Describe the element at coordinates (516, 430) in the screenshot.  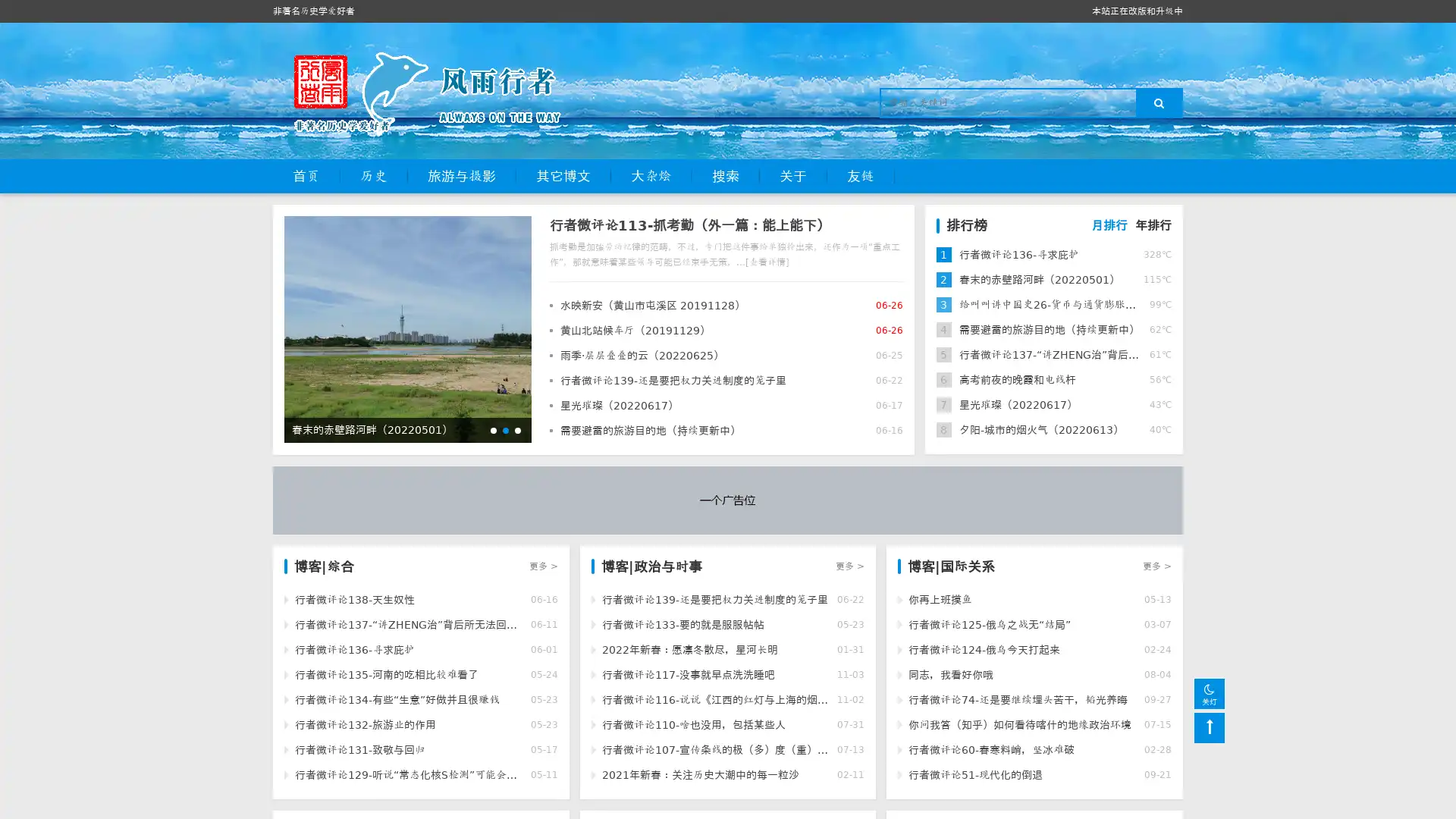
I see `Go to slide 3` at that location.